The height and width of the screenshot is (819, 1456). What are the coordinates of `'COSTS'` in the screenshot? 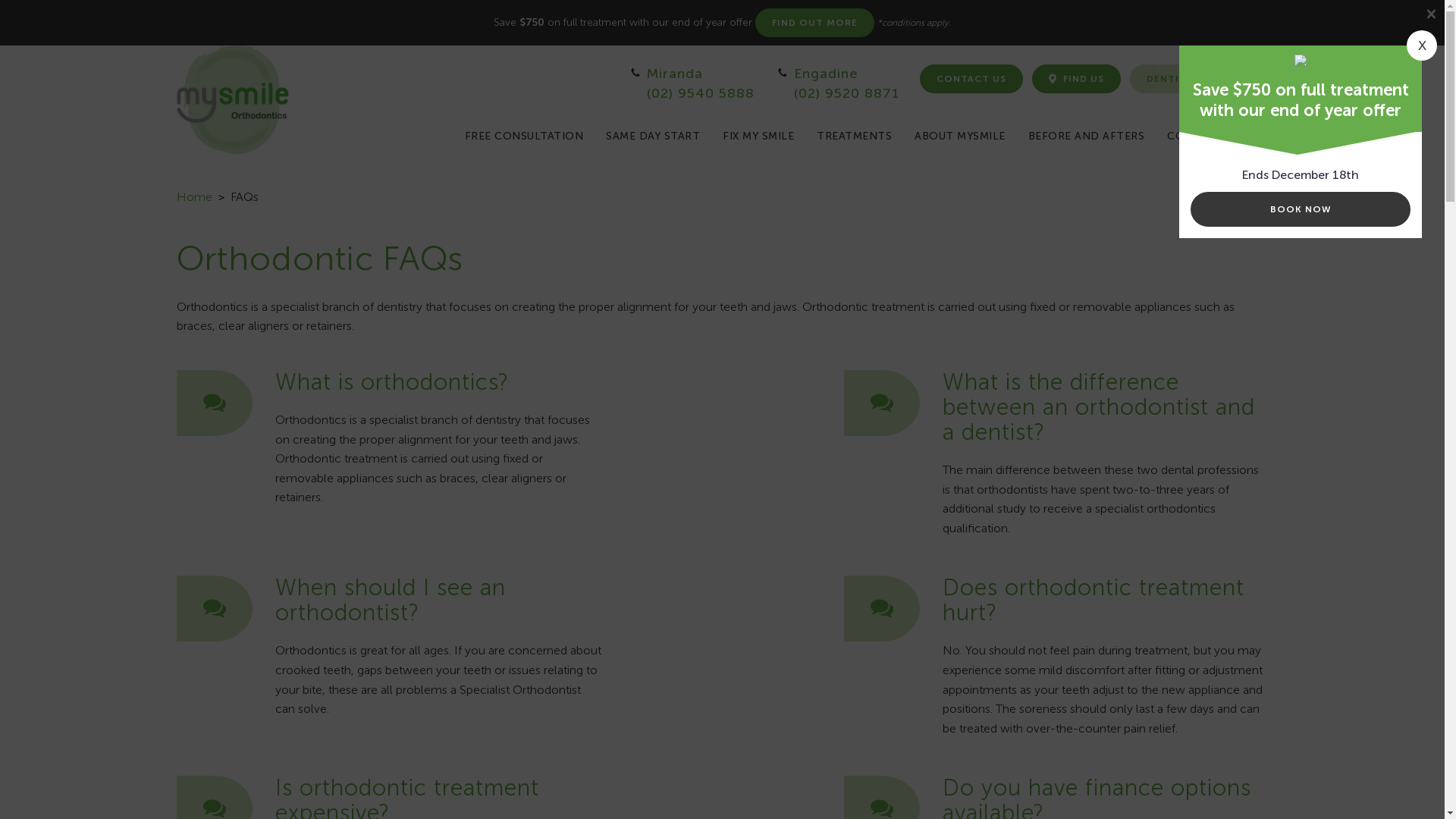 It's located at (1185, 136).